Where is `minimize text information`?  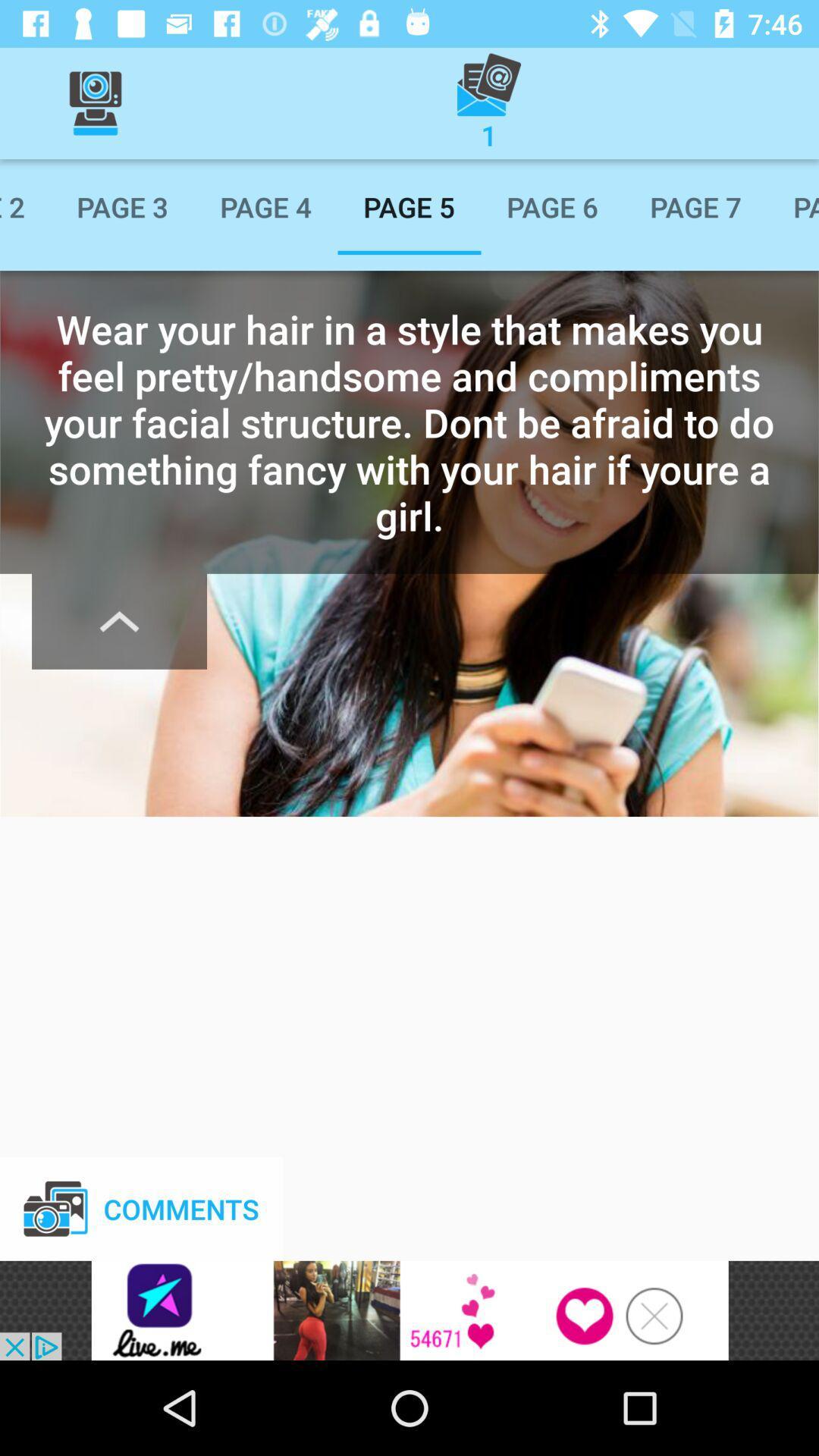 minimize text information is located at coordinates (118, 621).